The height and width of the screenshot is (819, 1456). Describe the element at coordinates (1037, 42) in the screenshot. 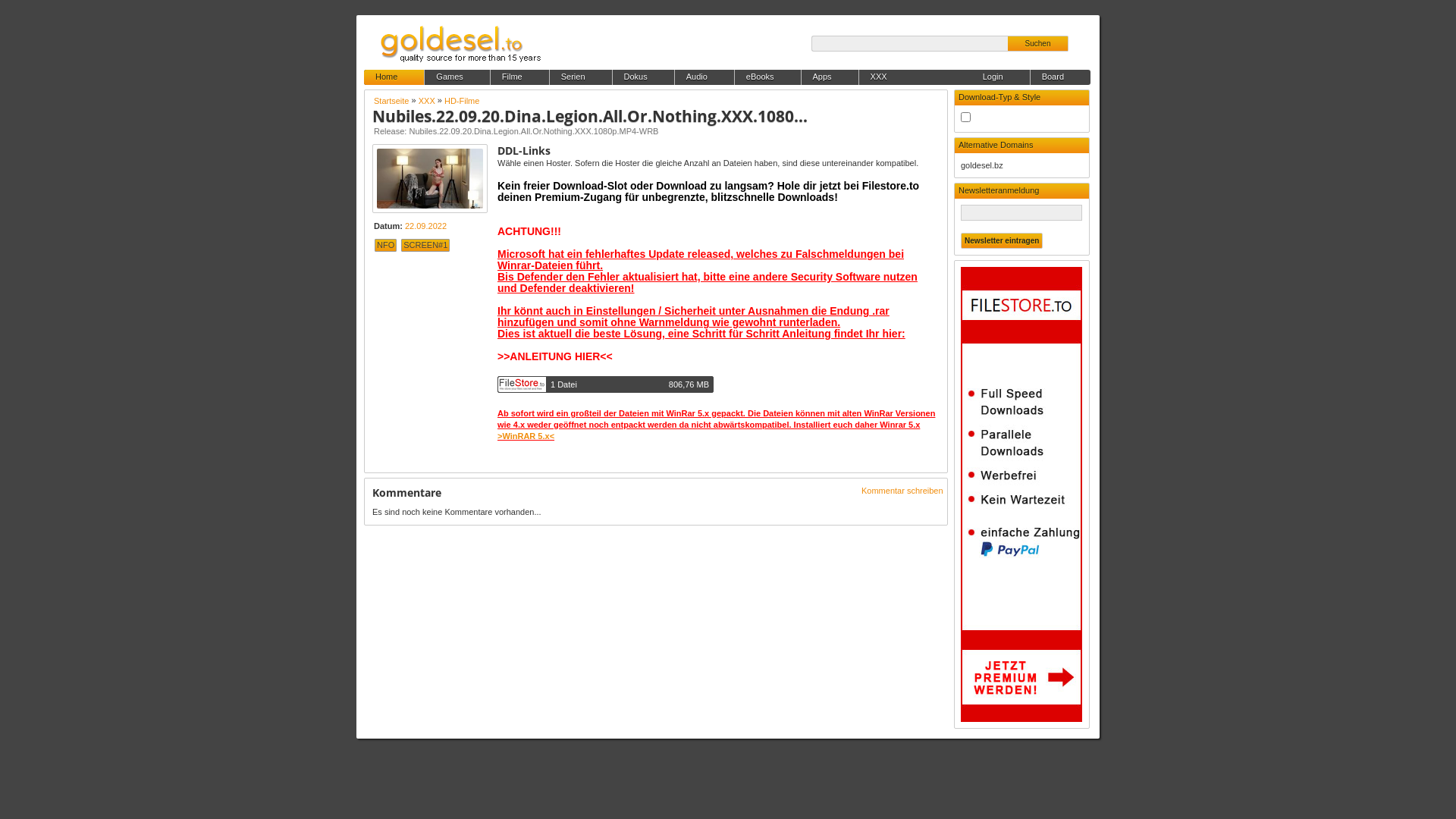

I see `'Suchen'` at that location.